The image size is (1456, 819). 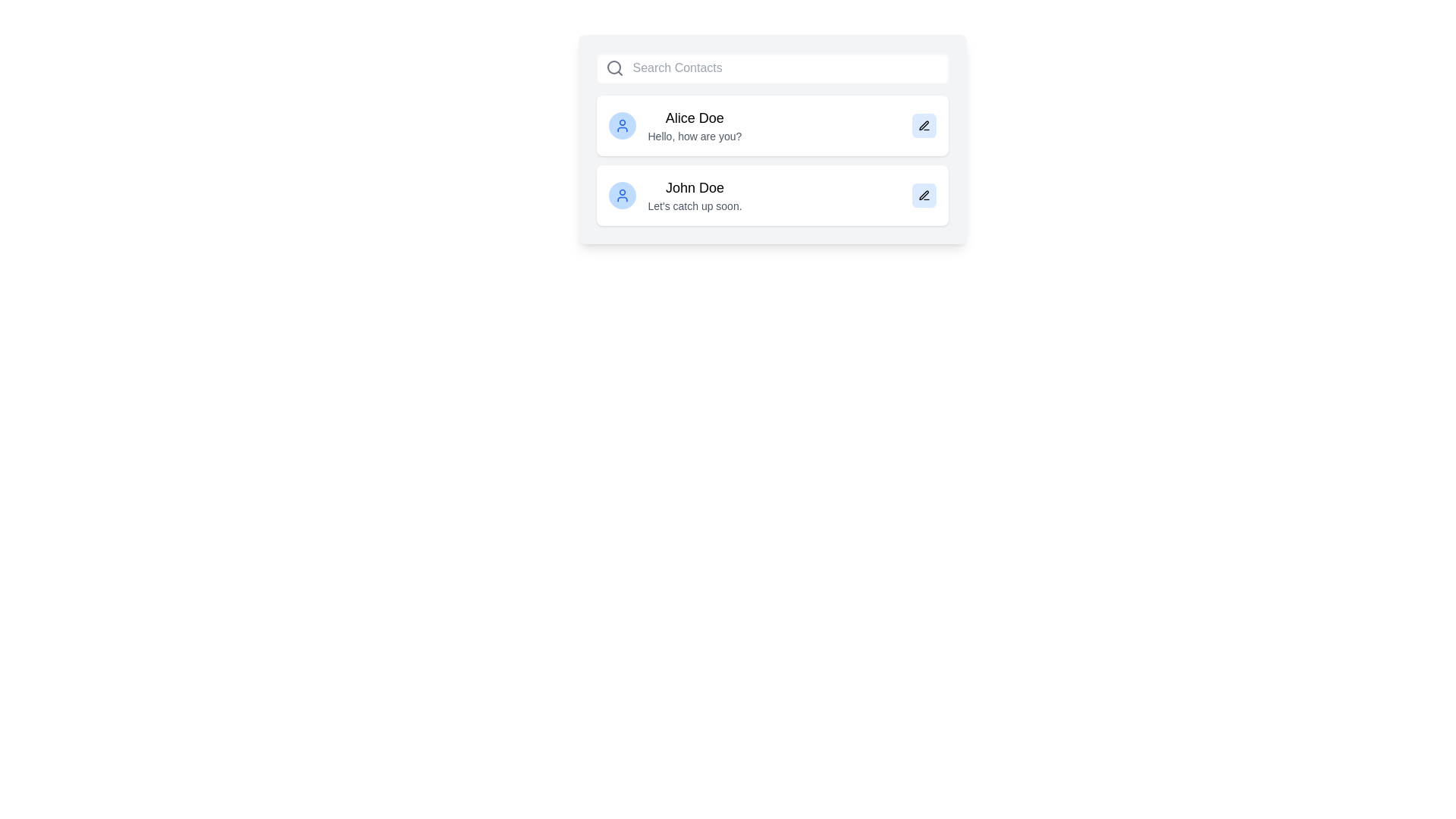 What do you see at coordinates (694, 187) in the screenshot?
I see `the contact name John Doe to select it` at bounding box center [694, 187].